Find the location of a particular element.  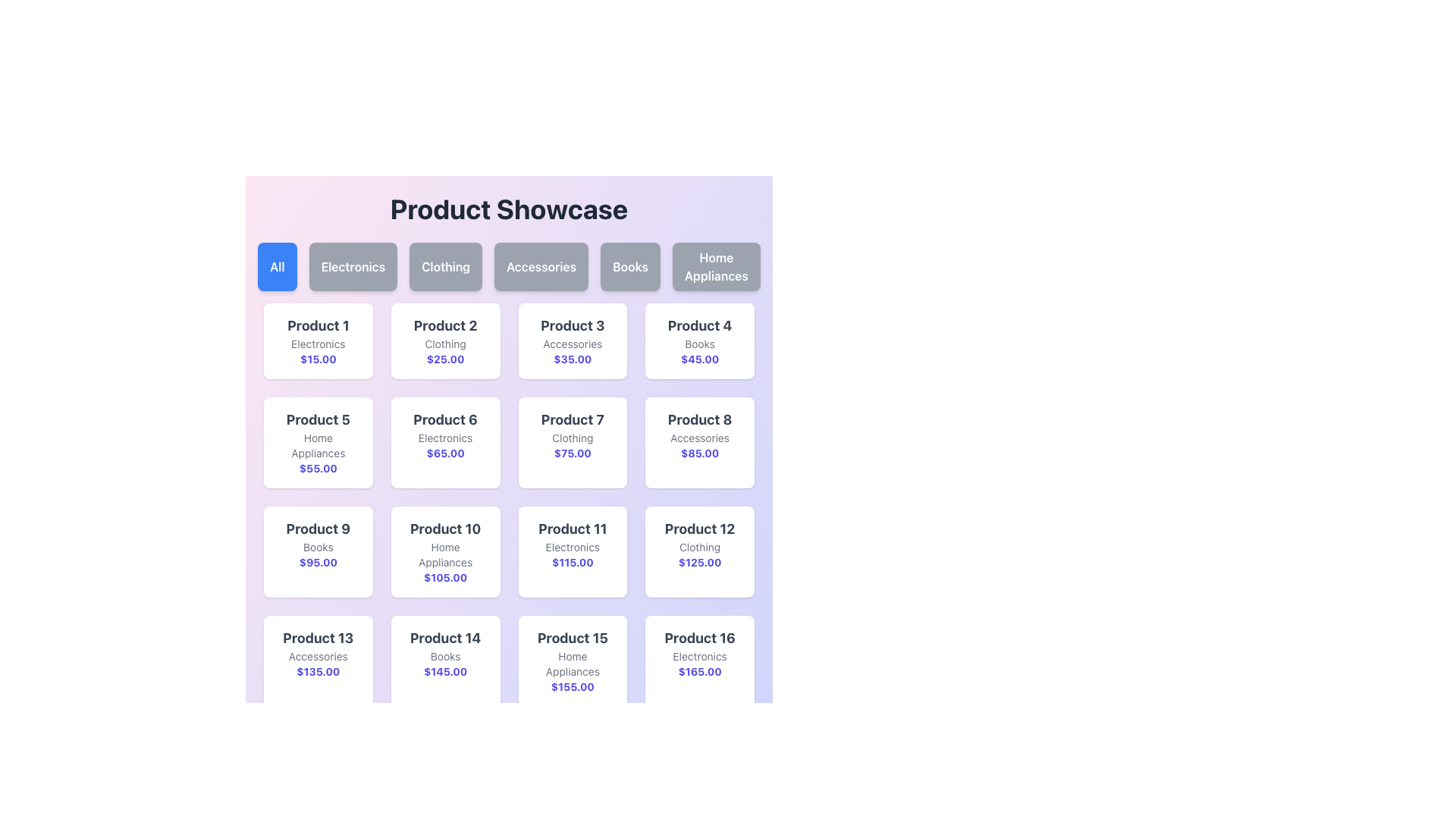

text content of the product title label located in the second card of the first row in the grid layout is located at coordinates (444, 325).